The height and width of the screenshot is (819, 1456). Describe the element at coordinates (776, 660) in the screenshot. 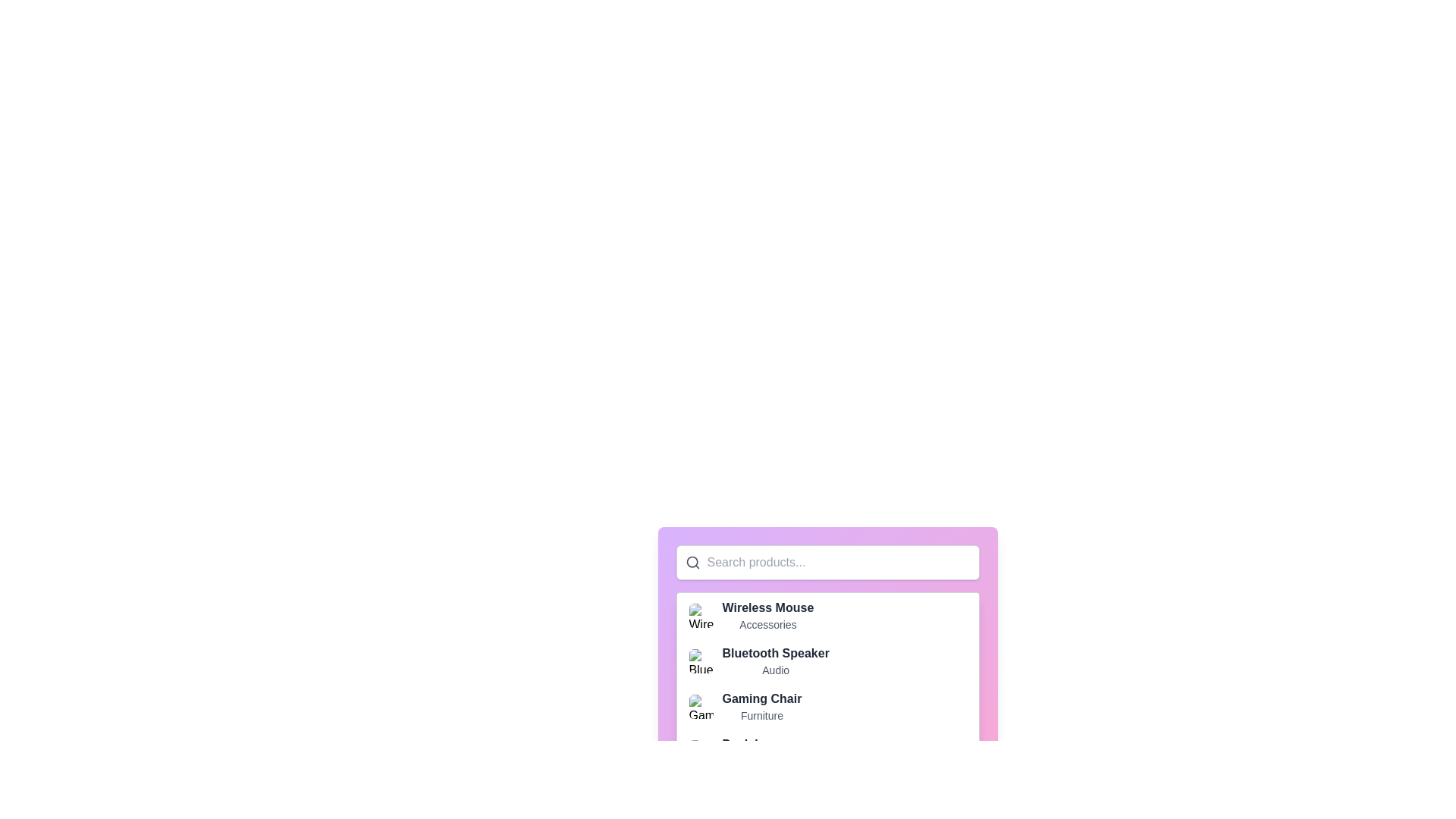

I see `the descriptive Text label for the item in the product selection interface, which is located in the second slot of the list` at that location.